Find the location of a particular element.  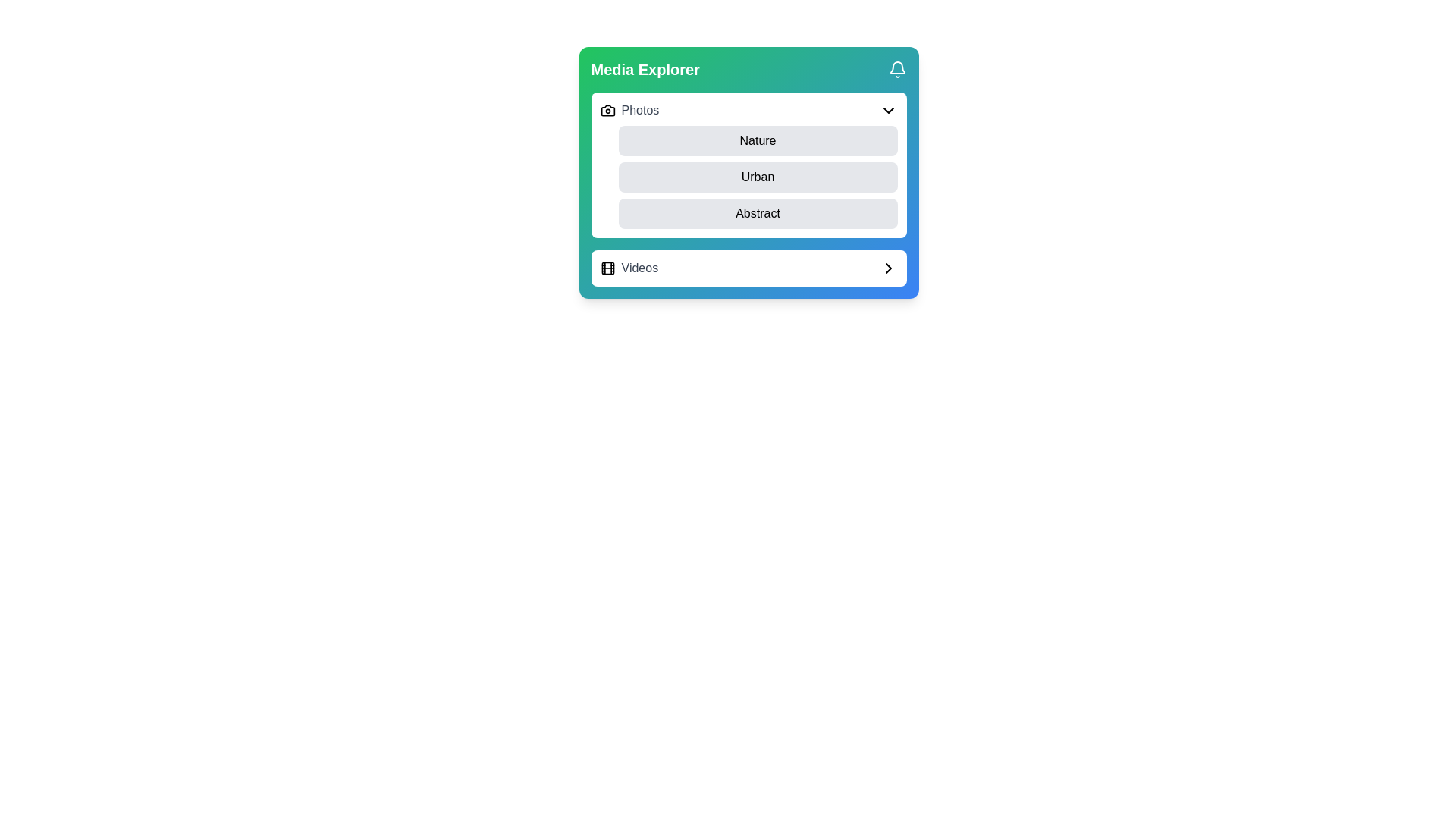

the 'Photos' text label located in the upper part of the 'Media Explorer' card interface, to the right of the camera icon is located at coordinates (640, 110).